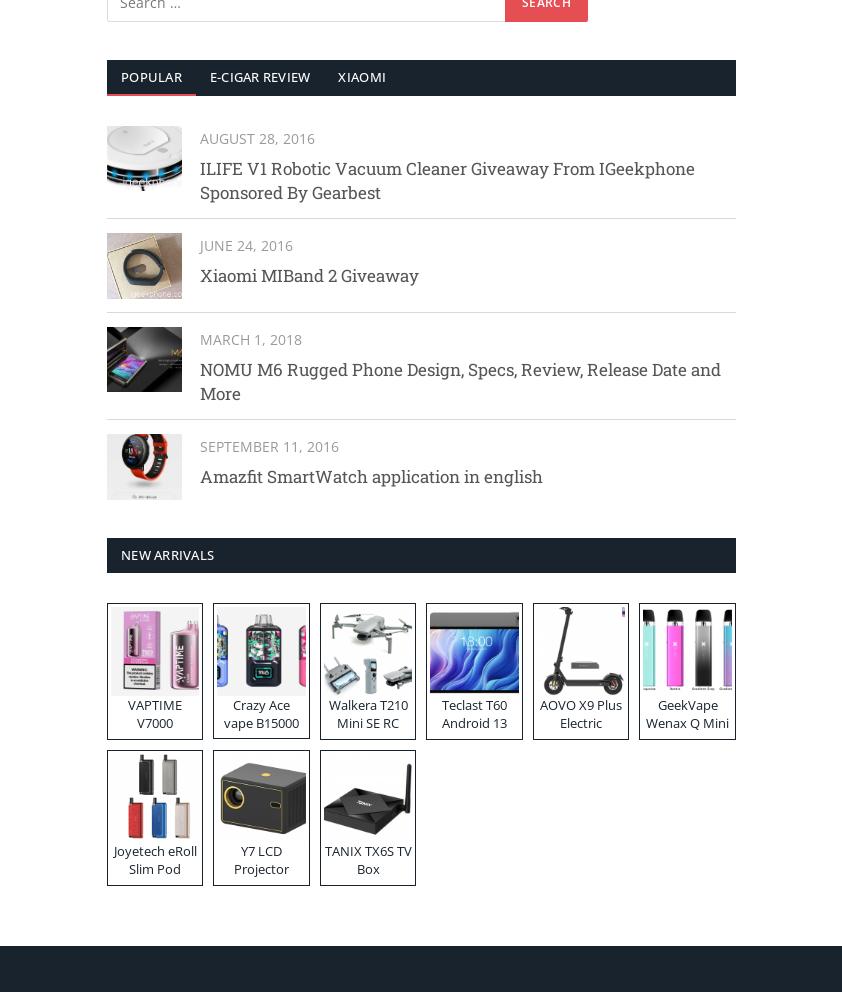 The height and width of the screenshot is (992, 842). I want to click on 'Crazy Ace vape B15000', so click(261, 713).